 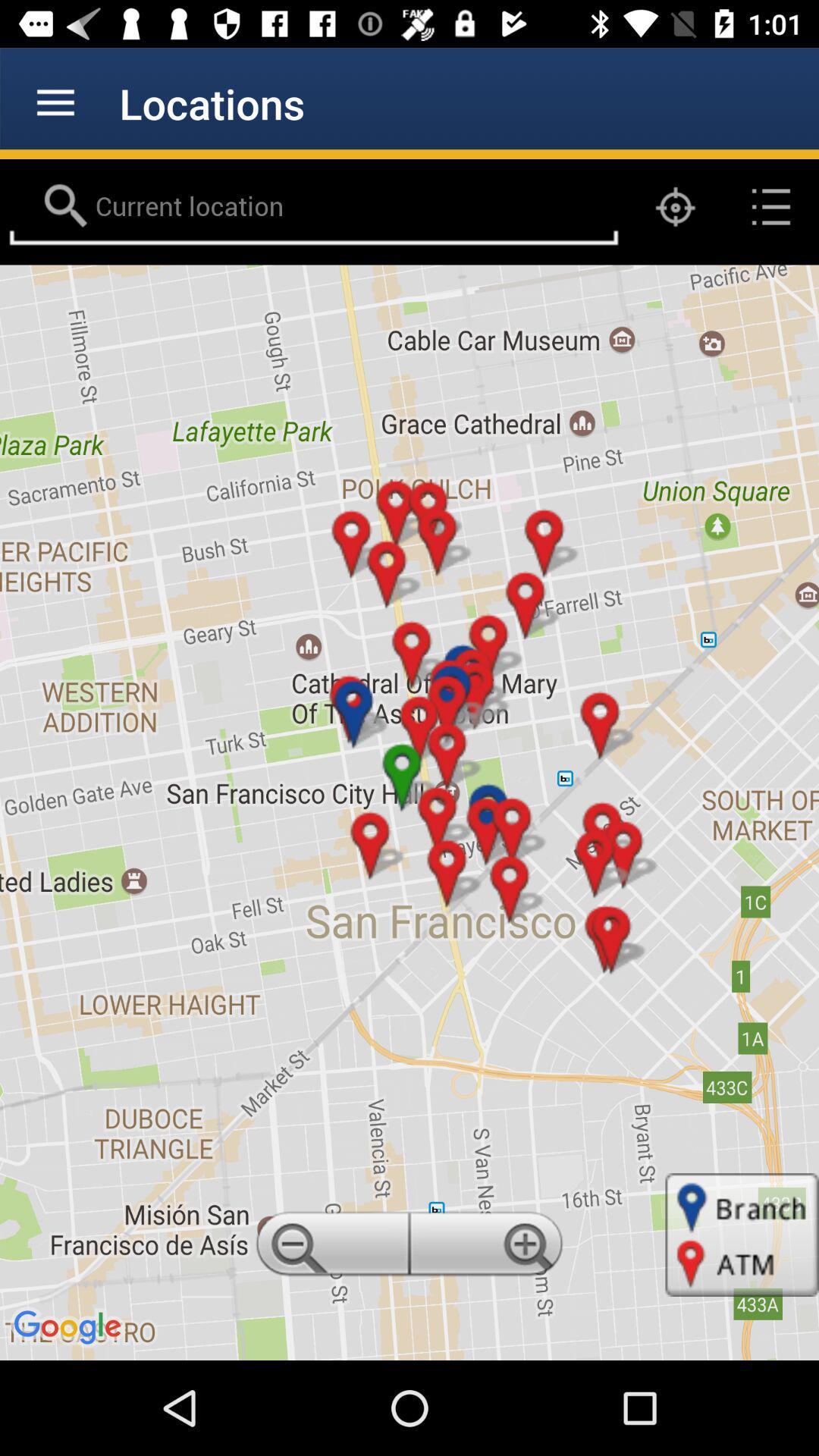 I want to click on icon at the center, so click(x=409, y=811).